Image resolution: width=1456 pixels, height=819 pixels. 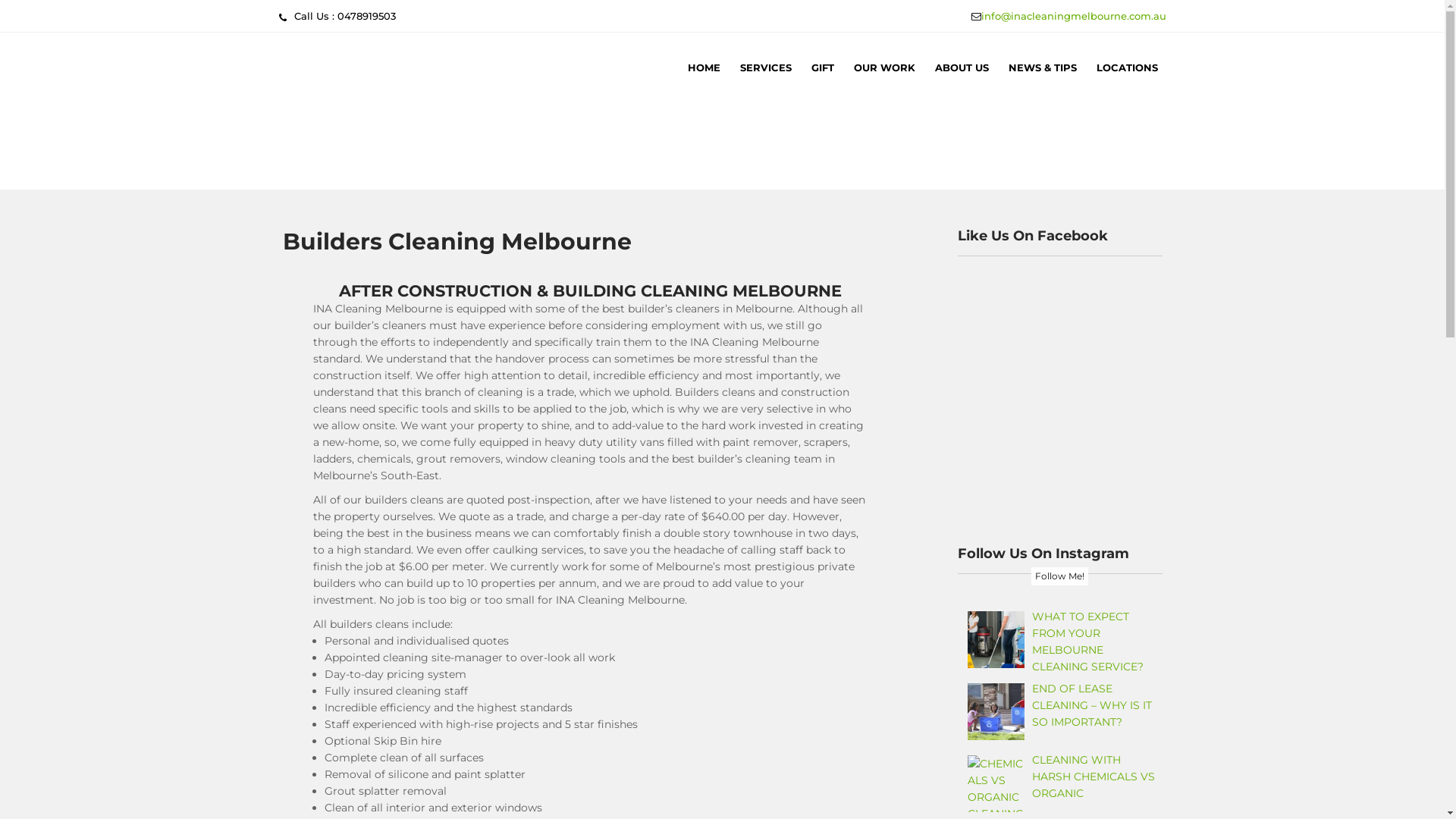 What do you see at coordinates (1087, 641) in the screenshot?
I see `'WHAT TO EXPECT FROM YOUR MELBOURNE CLEANING SERVICE?'` at bounding box center [1087, 641].